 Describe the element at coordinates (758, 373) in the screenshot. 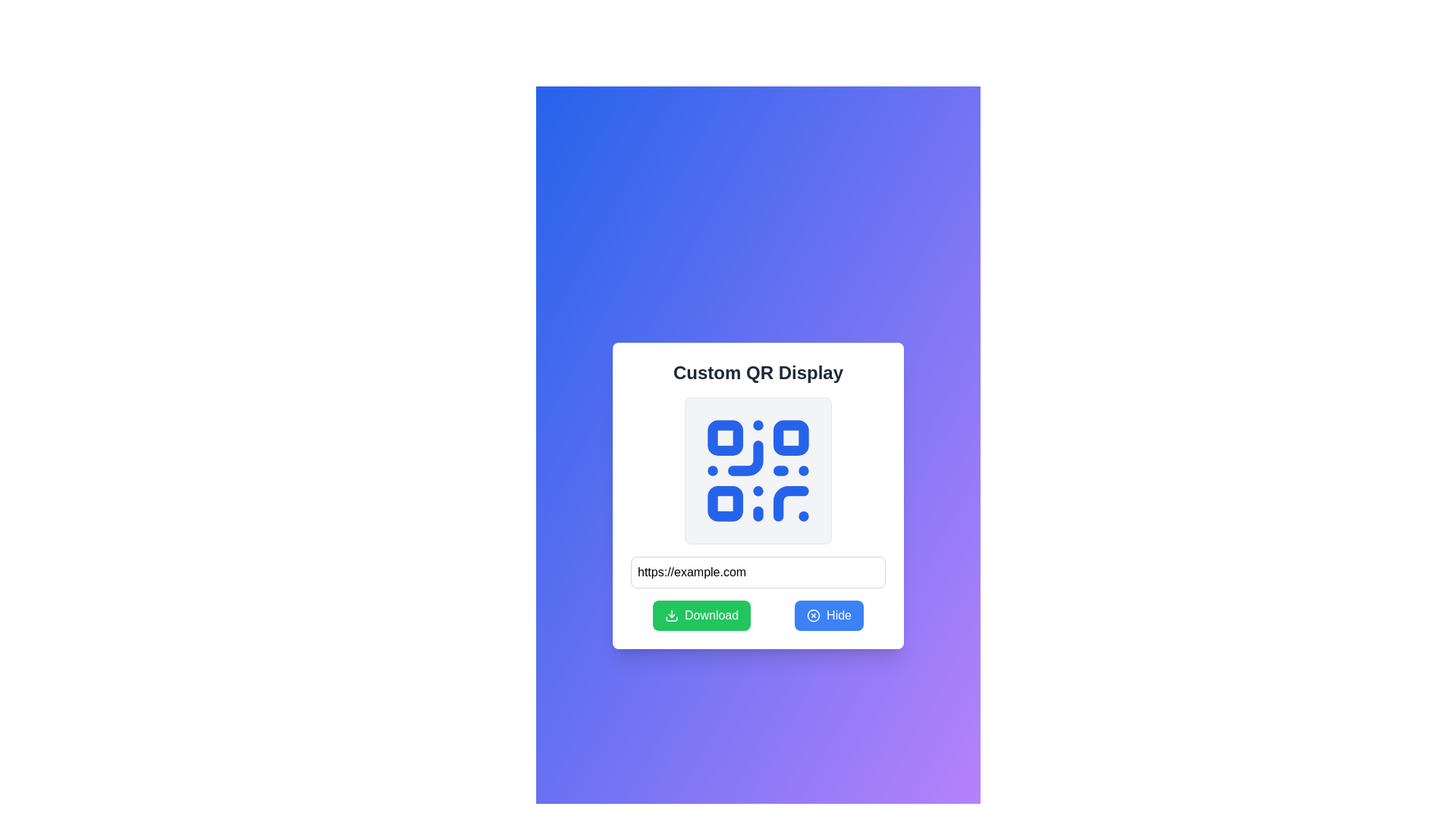

I see `displayed text from the bold, dark 'Custom QR Display' text label located at the top of the rectangular card interface` at that location.